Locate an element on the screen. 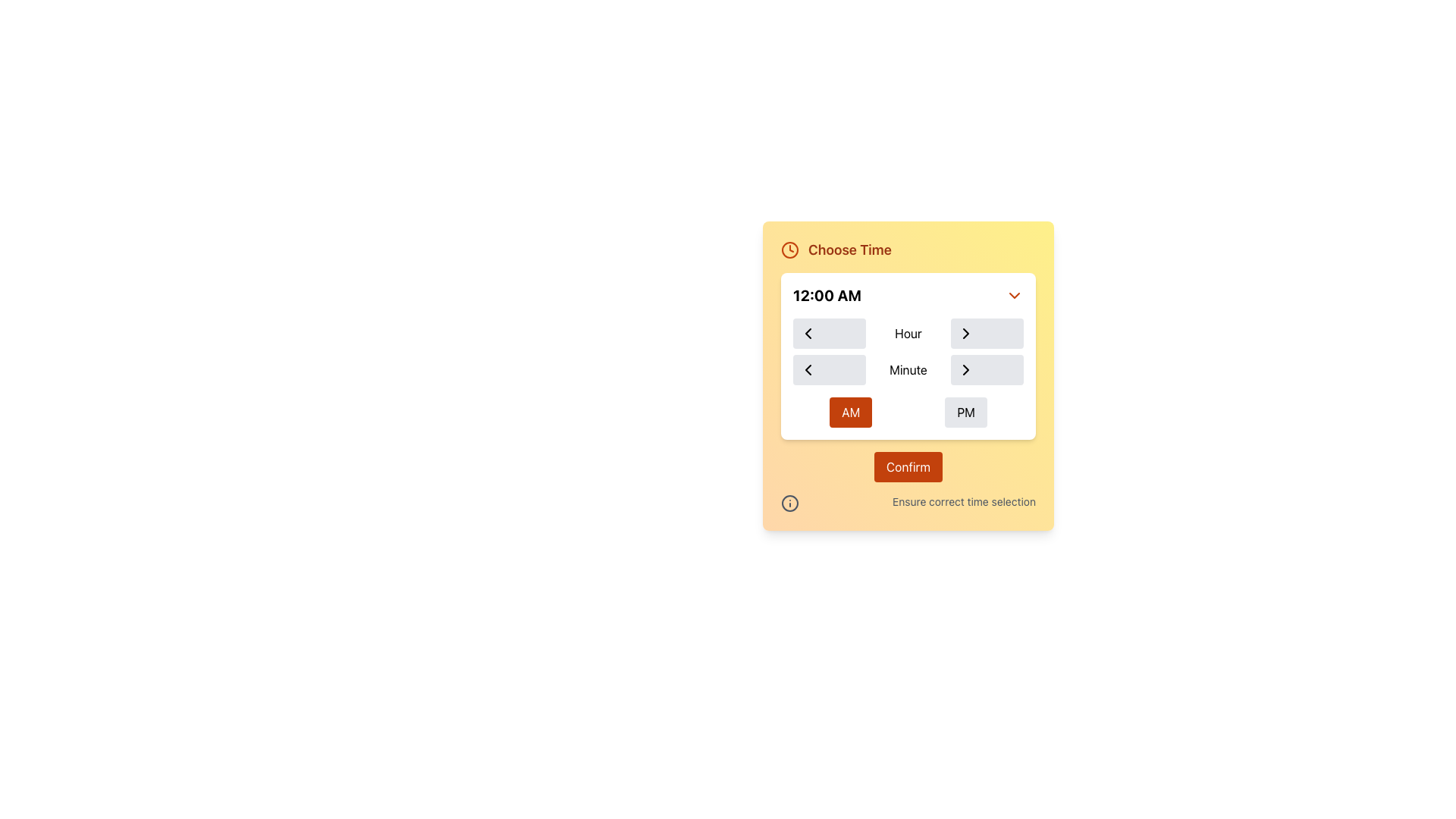  the leftward pointing chevron icon button located to the left of the 'Minute' label in the time selection interface to decrement the minute value is located at coordinates (807, 370).